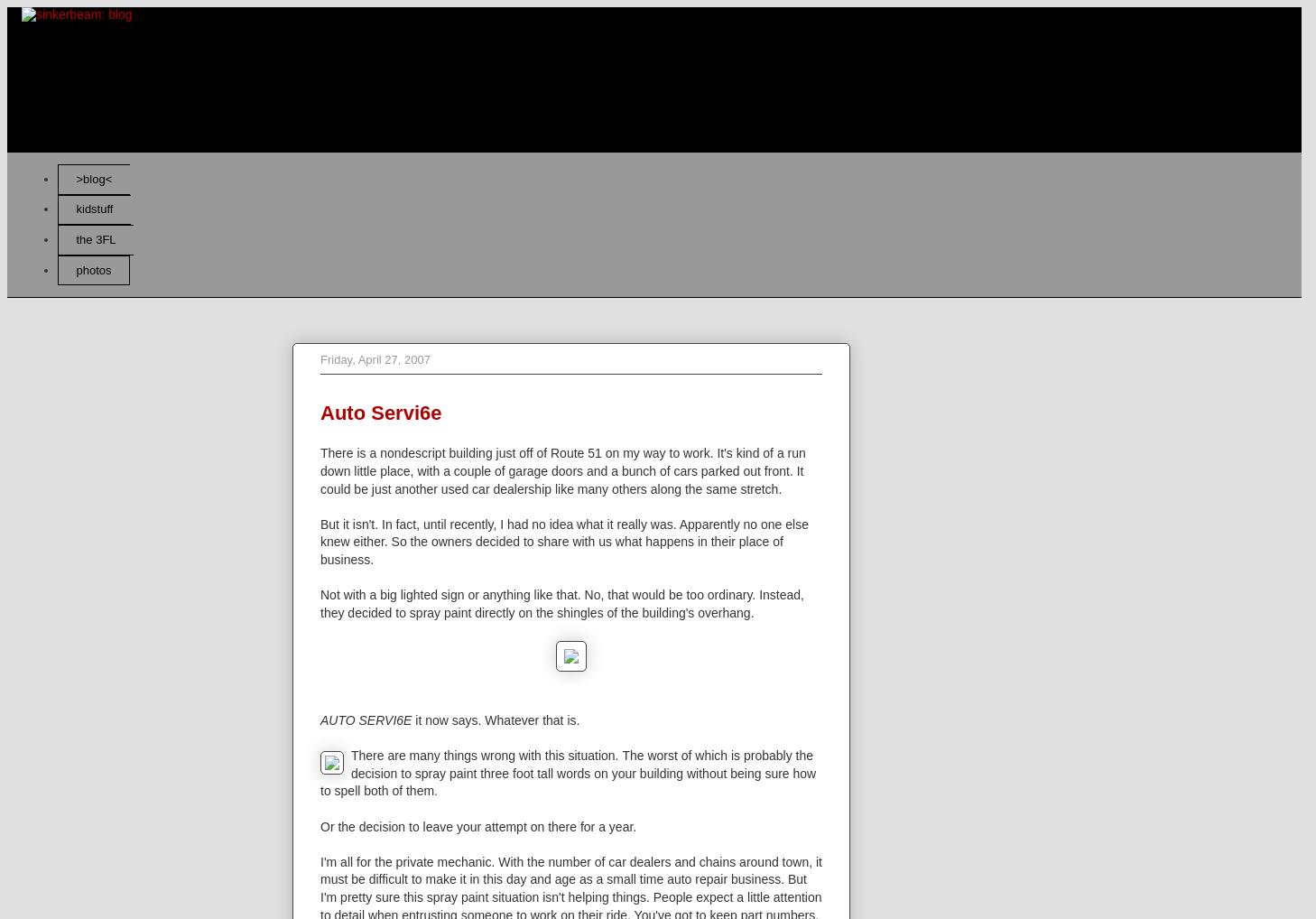 Image resolution: width=1316 pixels, height=919 pixels. What do you see at coordinates (94, 238) in the screenshot?
I see `'the 3FL'` at bounding box center [94, 238].